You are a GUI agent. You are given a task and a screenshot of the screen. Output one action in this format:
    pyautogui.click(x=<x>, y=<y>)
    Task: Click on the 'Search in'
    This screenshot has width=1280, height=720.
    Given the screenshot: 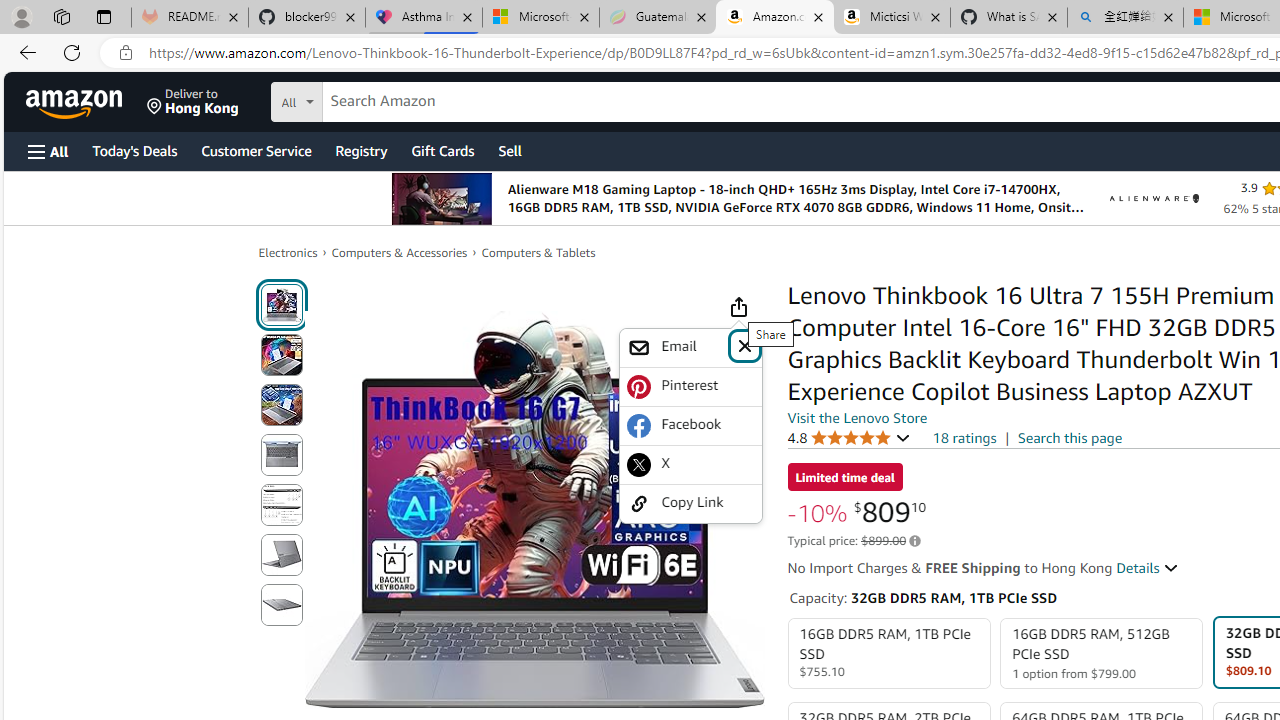 What is the action you would take?
    pyautogui.click(x=371, y=99)
    